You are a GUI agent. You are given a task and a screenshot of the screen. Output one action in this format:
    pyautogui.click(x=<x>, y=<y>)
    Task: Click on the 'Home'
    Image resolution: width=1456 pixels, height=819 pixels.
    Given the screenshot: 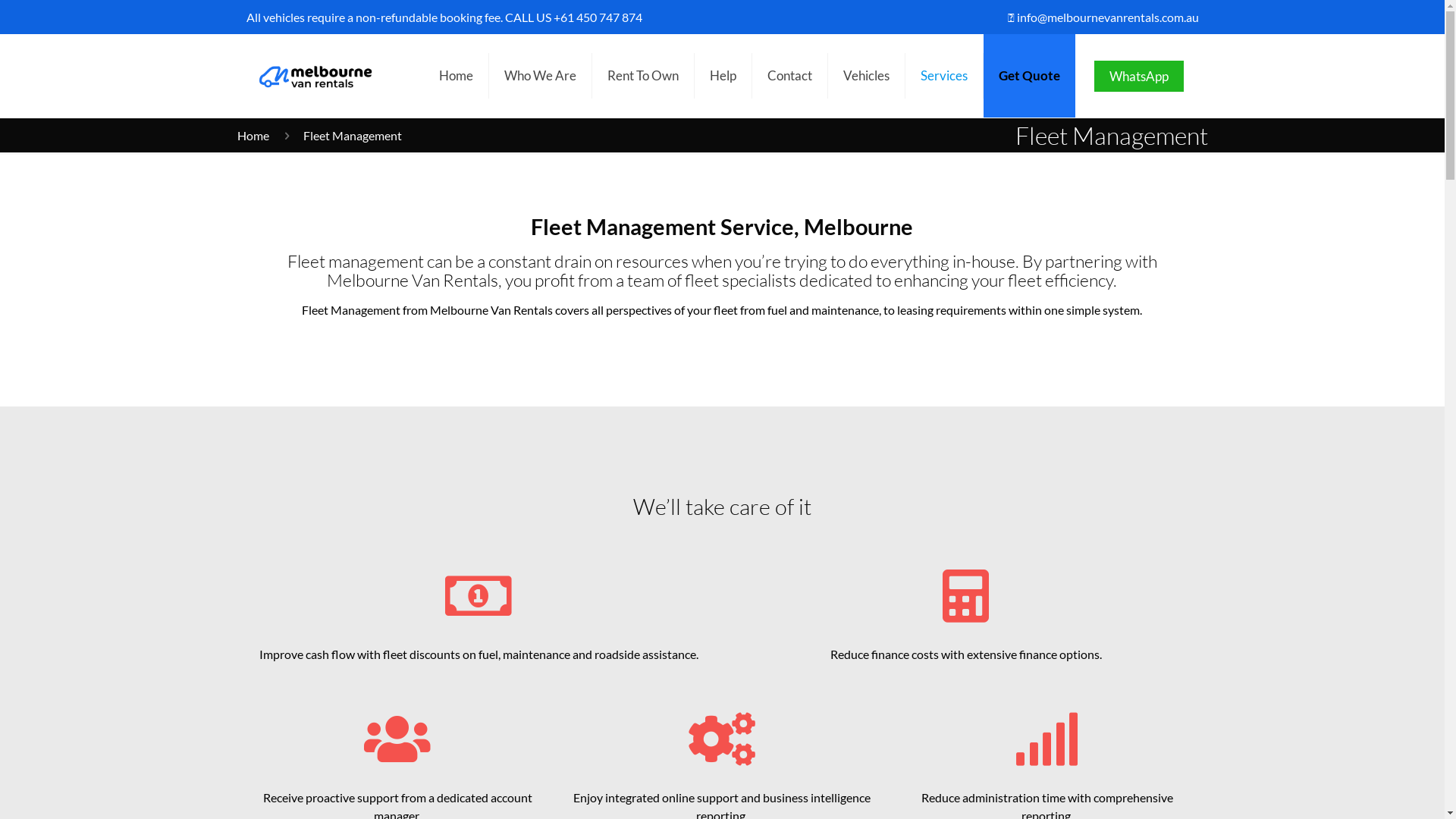 What is the action you would take?
    pyautogui.click(x=454, y=76)
    